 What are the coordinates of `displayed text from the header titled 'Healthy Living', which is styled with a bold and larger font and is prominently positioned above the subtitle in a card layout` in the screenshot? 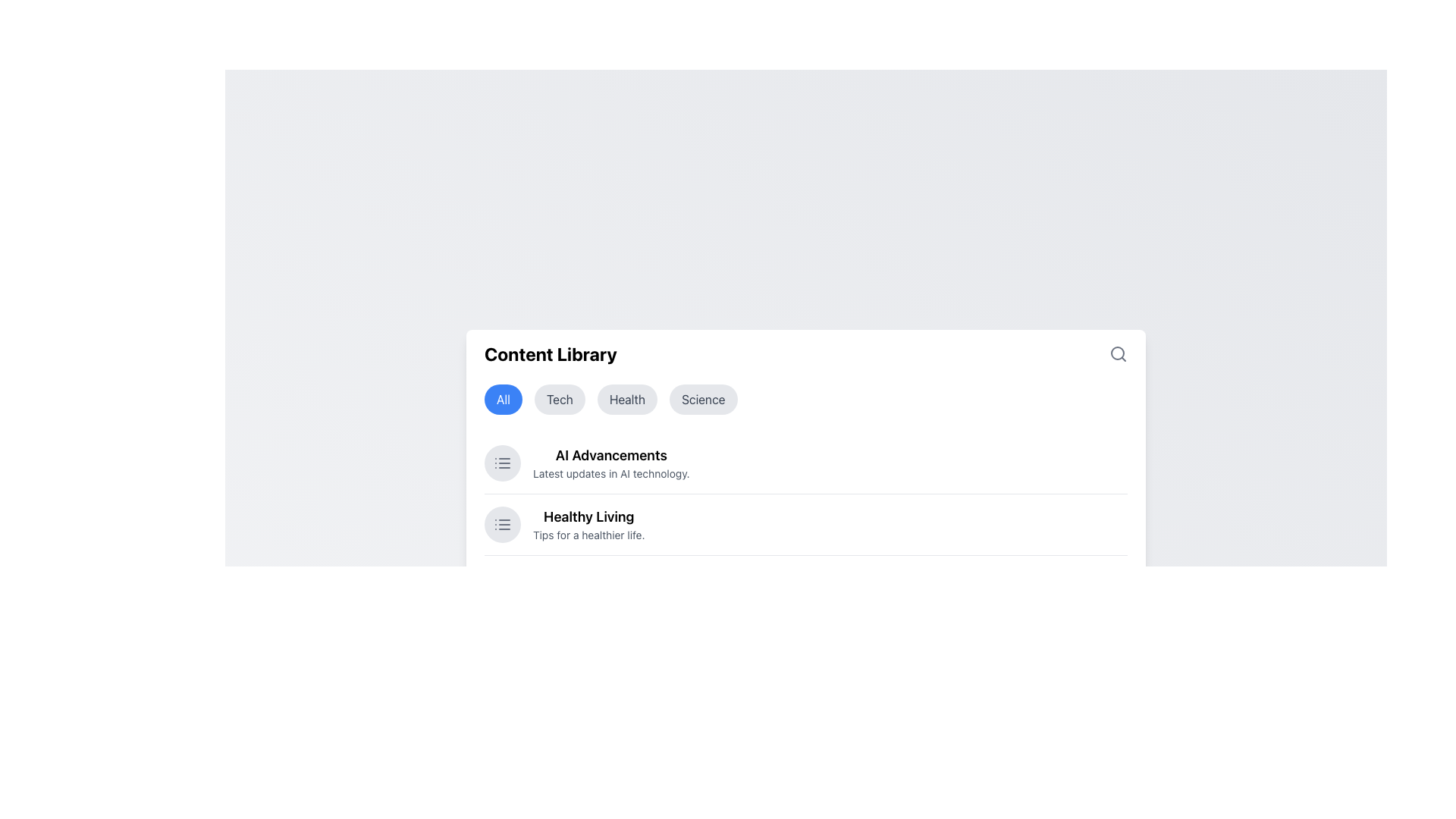 It's located at (588, 516).